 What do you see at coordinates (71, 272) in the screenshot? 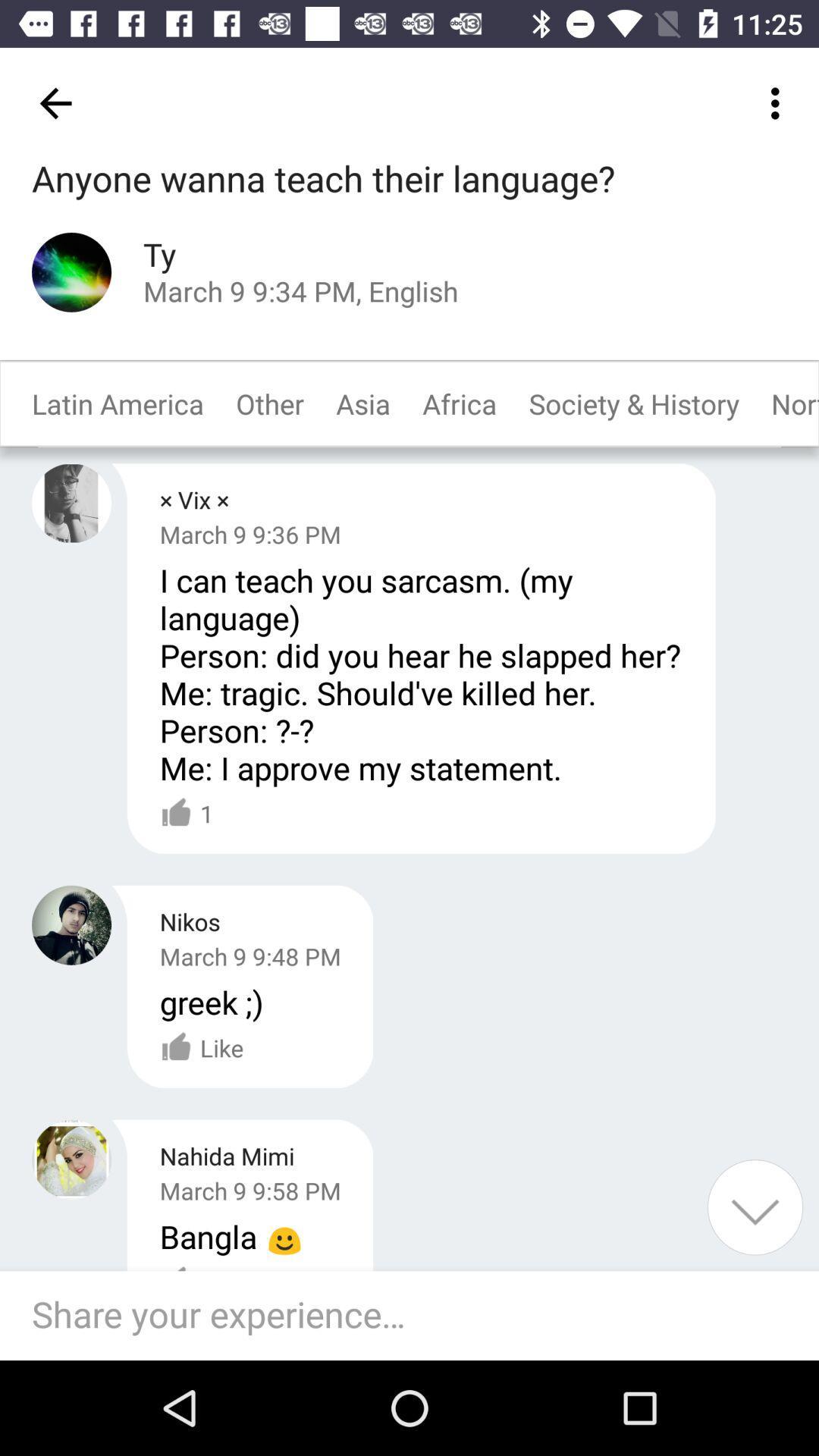
I see `the image which is left to ty` at bounding box center [71, 272].